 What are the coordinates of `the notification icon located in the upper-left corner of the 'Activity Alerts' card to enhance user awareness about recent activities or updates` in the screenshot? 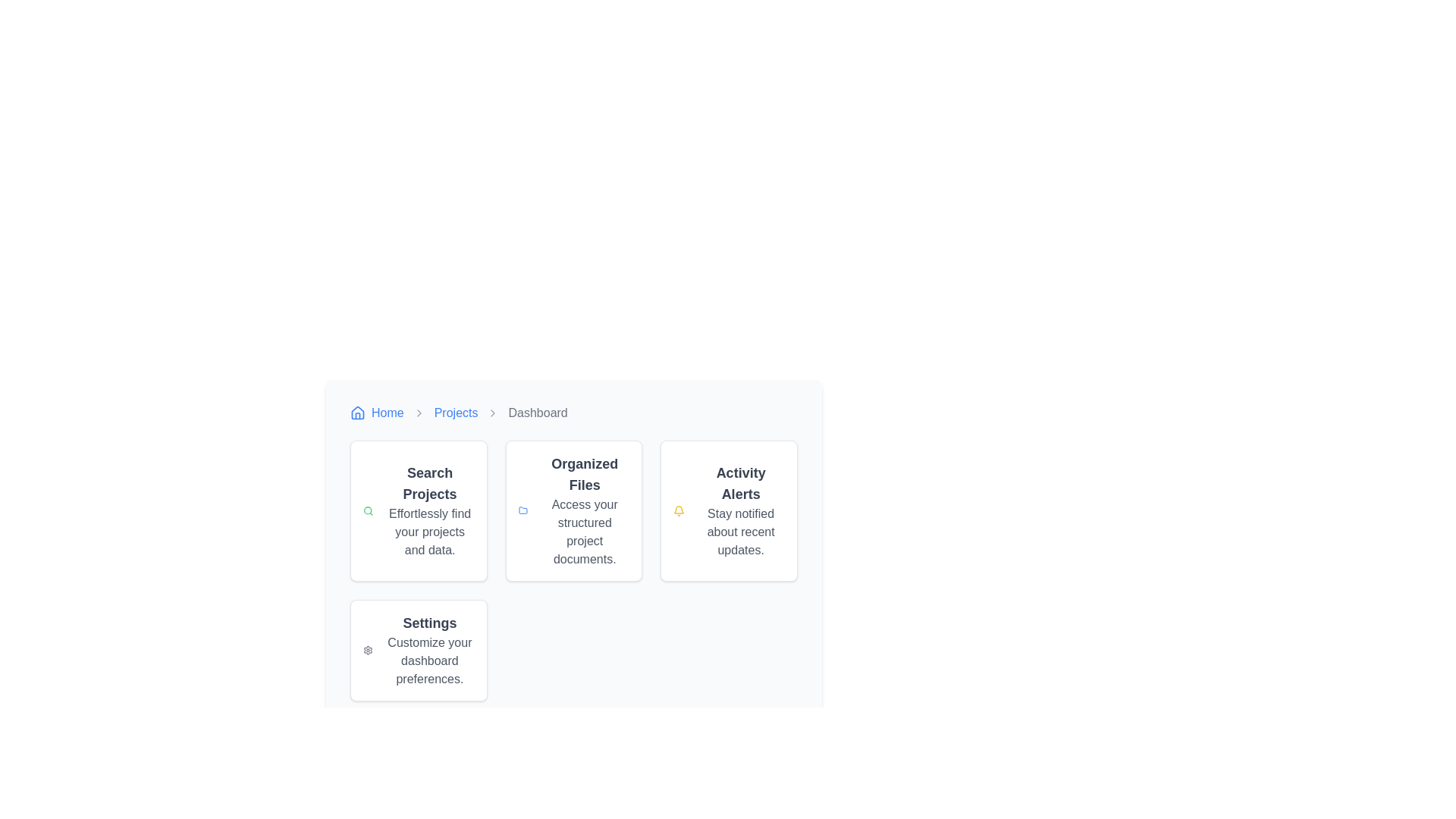 It's located at (678, 511).